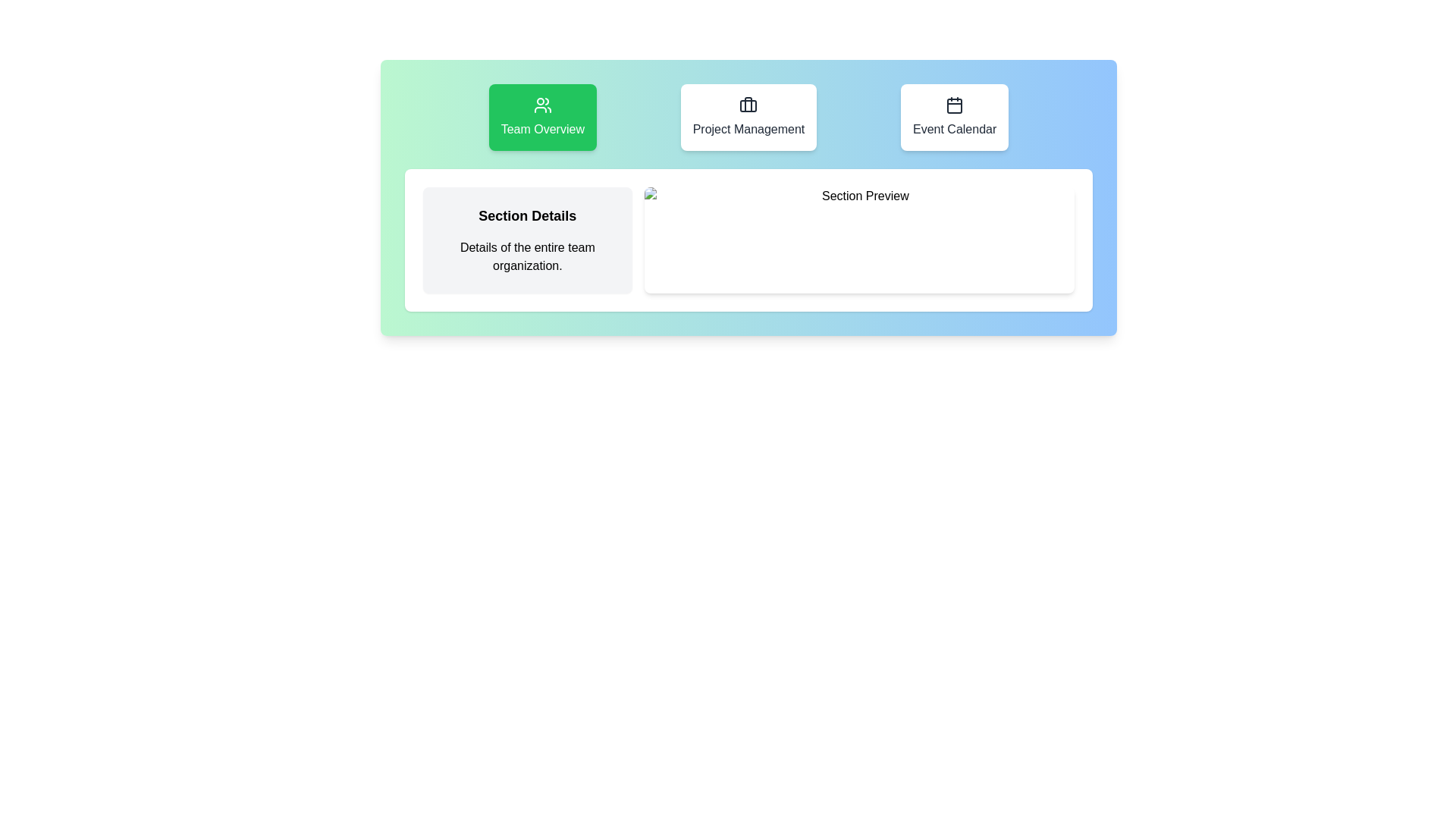 The image size is (1456, 819). I want to click on the 'Team Overview' button which contains the icon of two user silhouettes at the top-center area, so click(542, 104).